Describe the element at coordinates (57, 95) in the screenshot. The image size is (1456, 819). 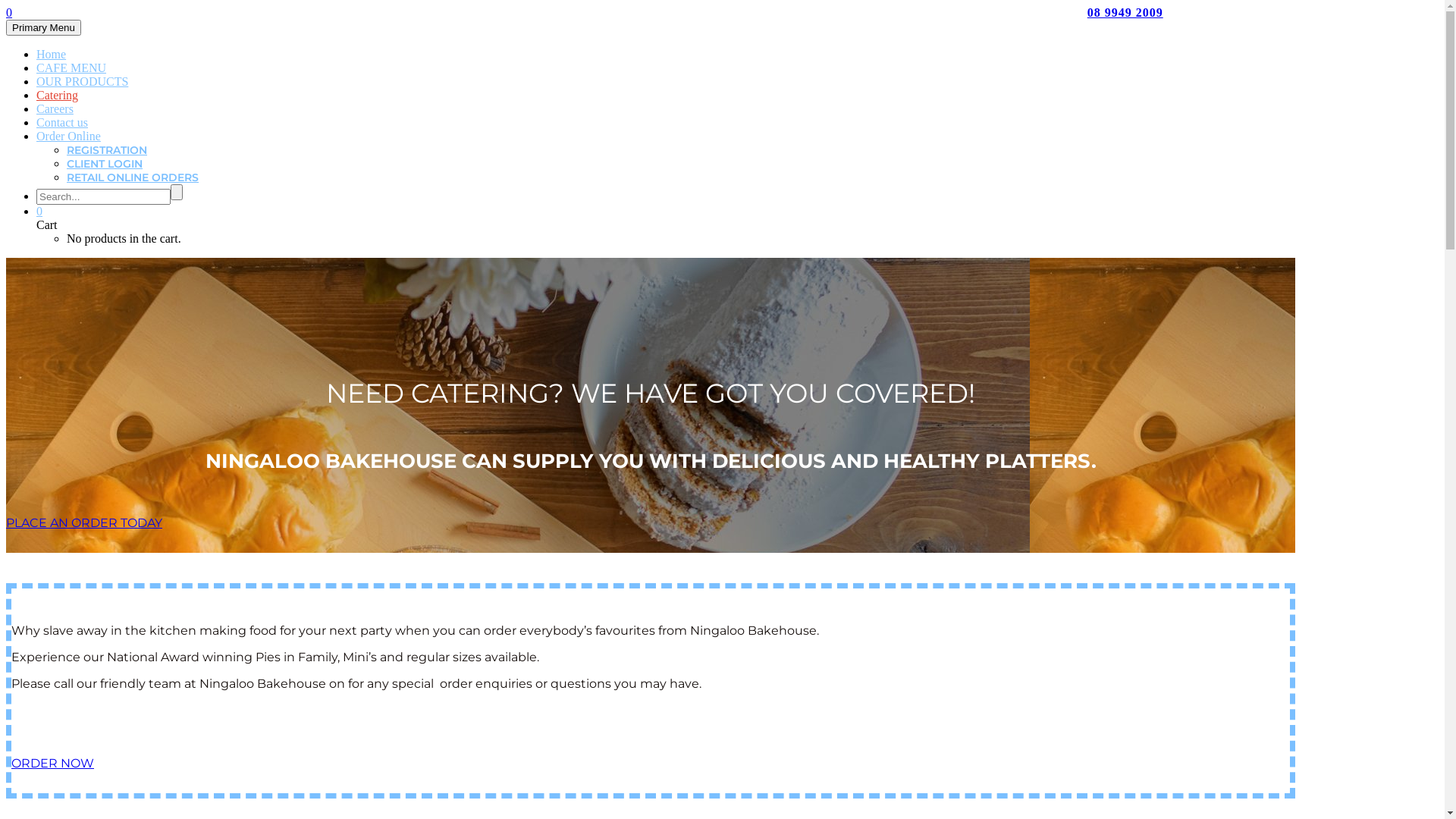
I see `'Catering'` at that location.